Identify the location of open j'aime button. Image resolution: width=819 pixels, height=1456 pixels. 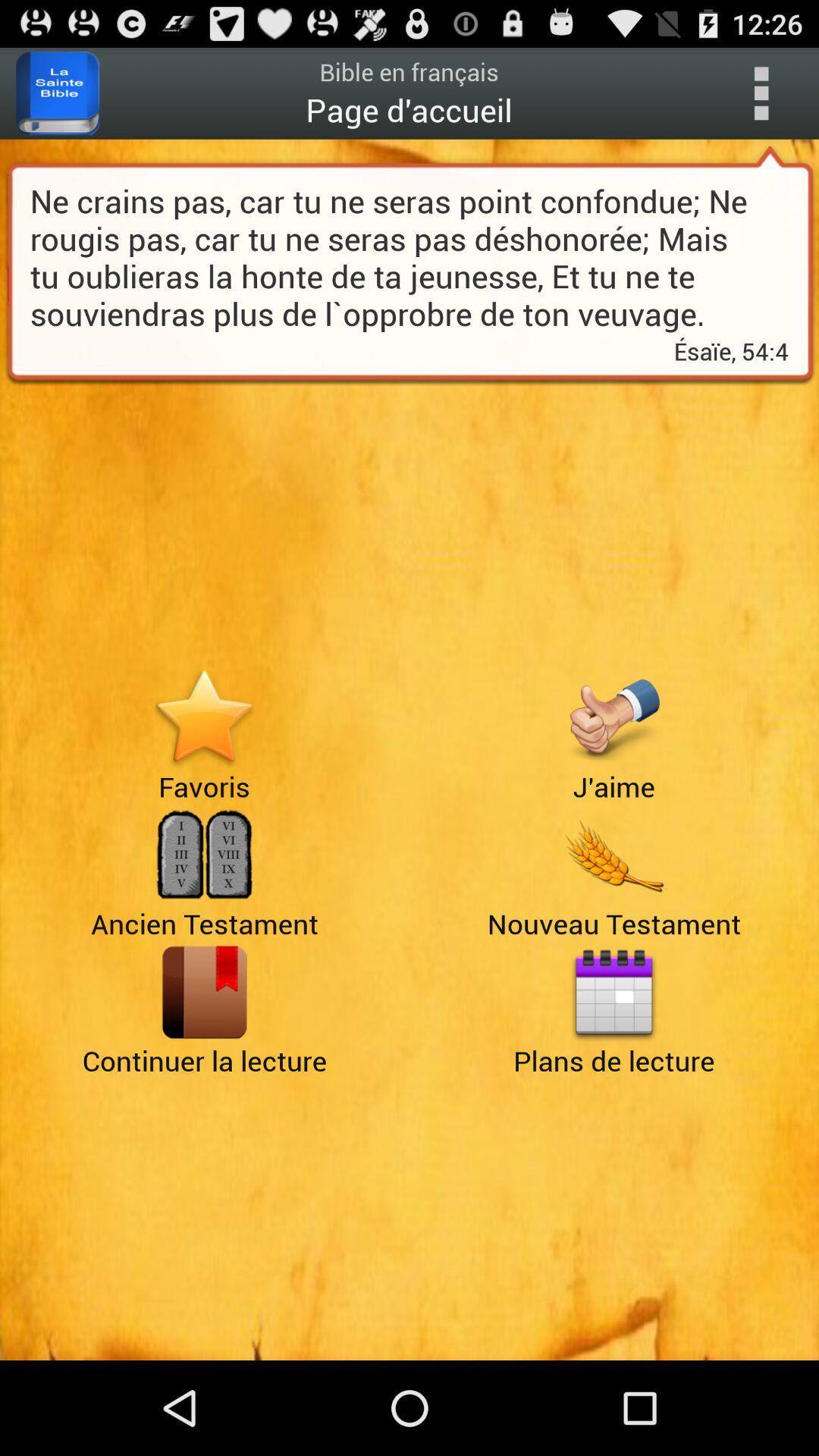
(613, 717).